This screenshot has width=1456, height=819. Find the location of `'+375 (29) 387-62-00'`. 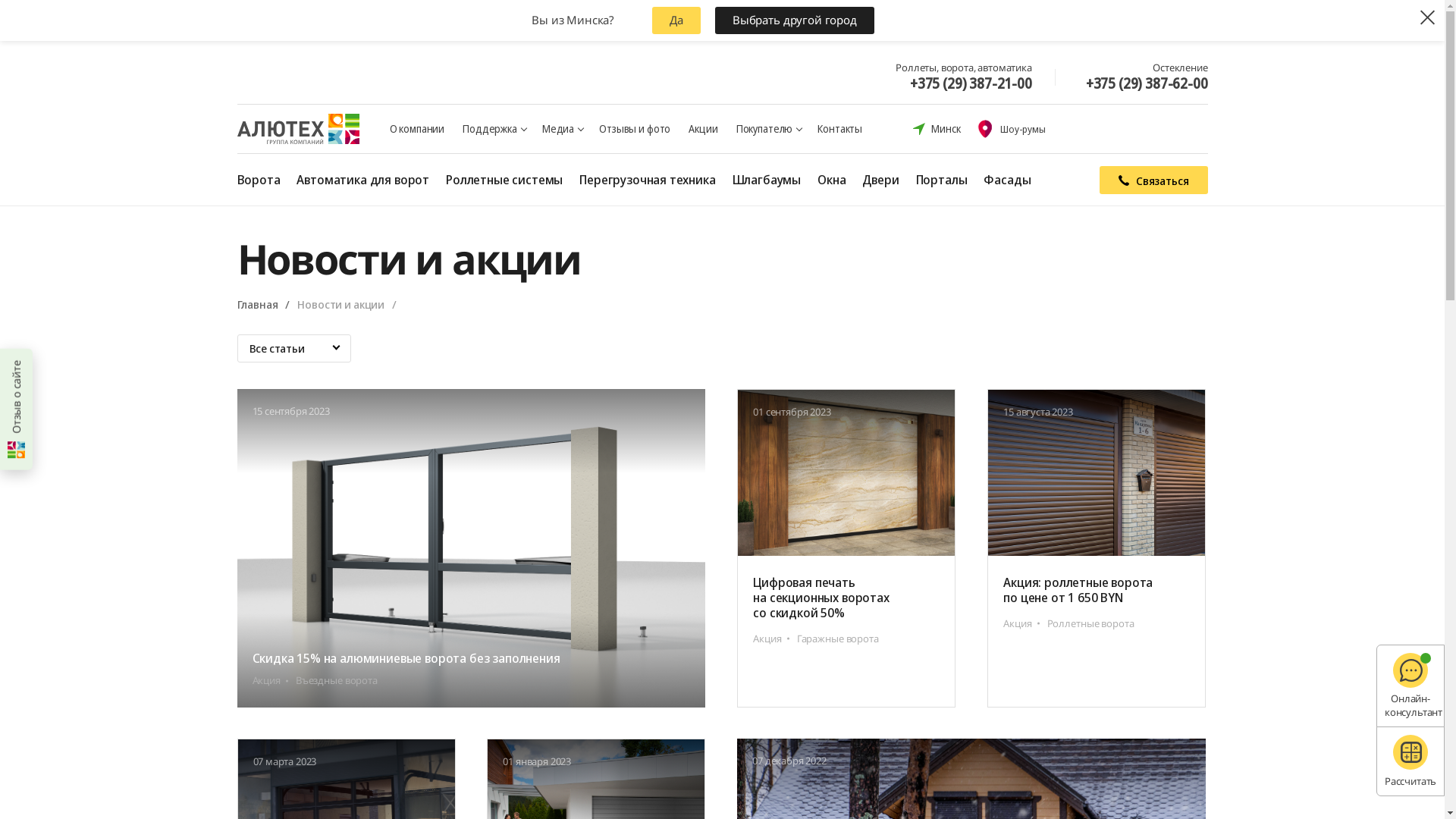

'+375 (29) 387-62-00' is located at coordinates (1147, 83).